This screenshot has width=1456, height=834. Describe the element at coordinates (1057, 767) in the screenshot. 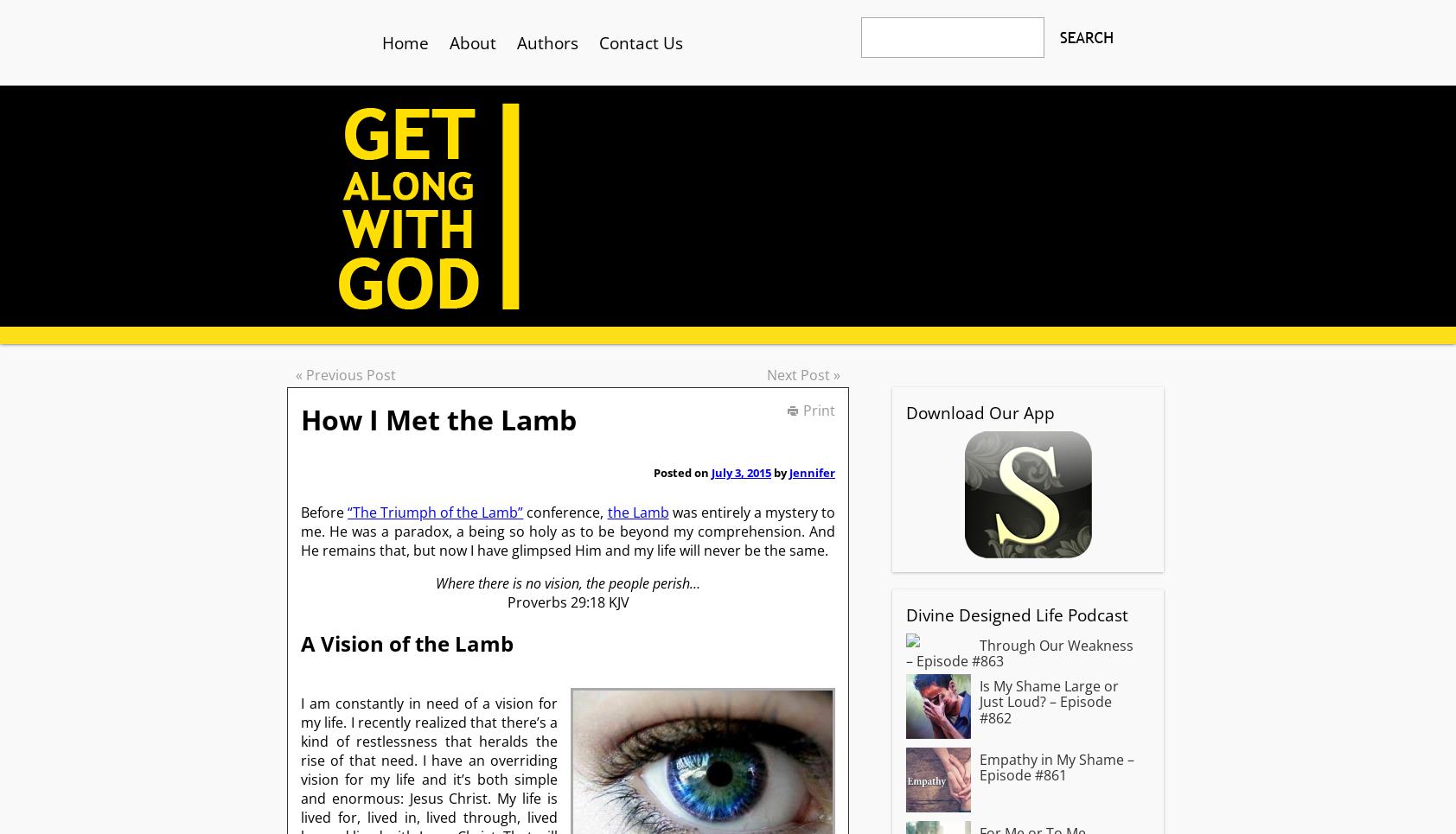

I see `'Empathy in My Shame – Episode #861'` at that location.